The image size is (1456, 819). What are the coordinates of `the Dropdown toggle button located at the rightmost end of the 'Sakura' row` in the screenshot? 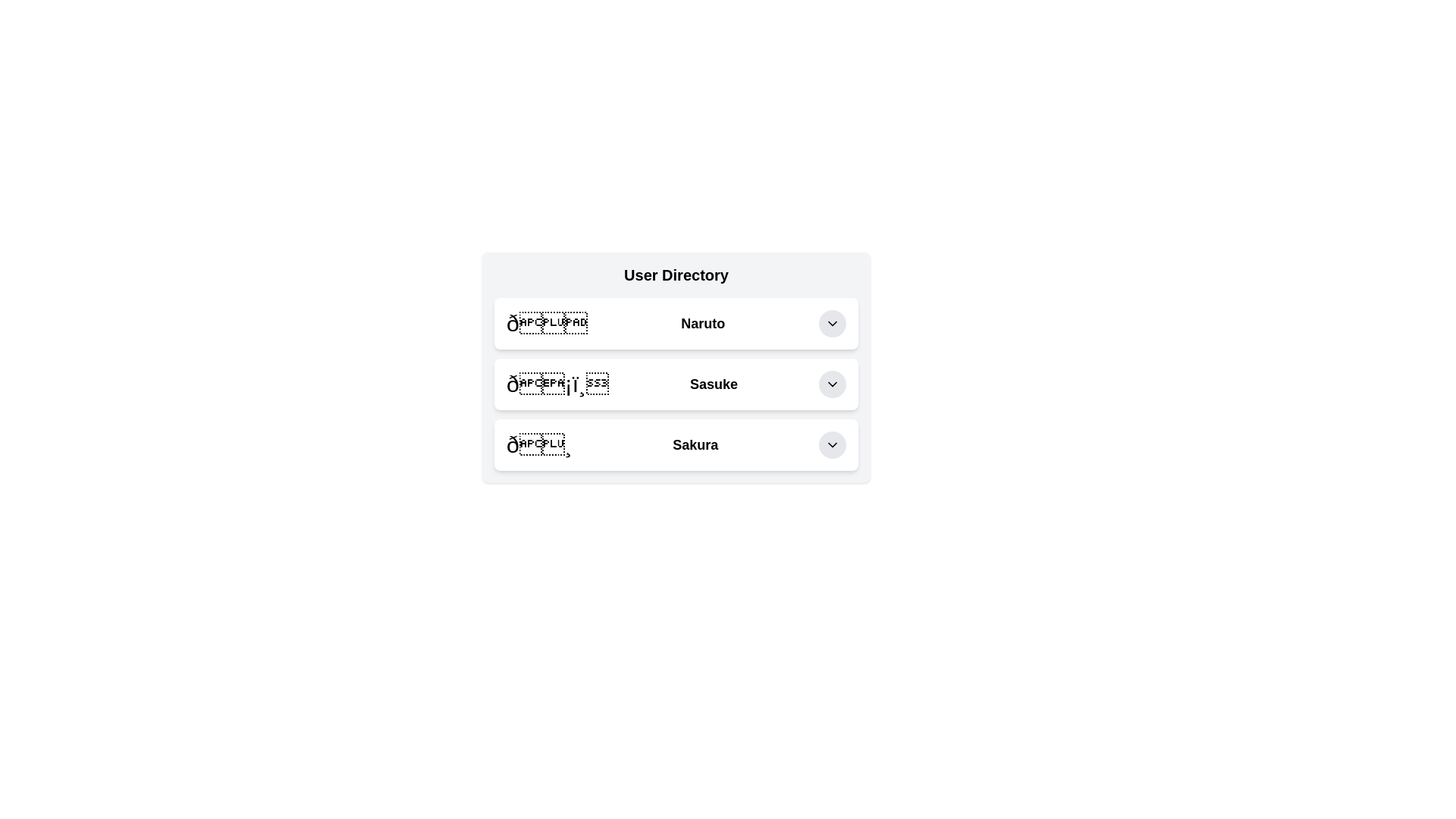 It's located at (832, 444).